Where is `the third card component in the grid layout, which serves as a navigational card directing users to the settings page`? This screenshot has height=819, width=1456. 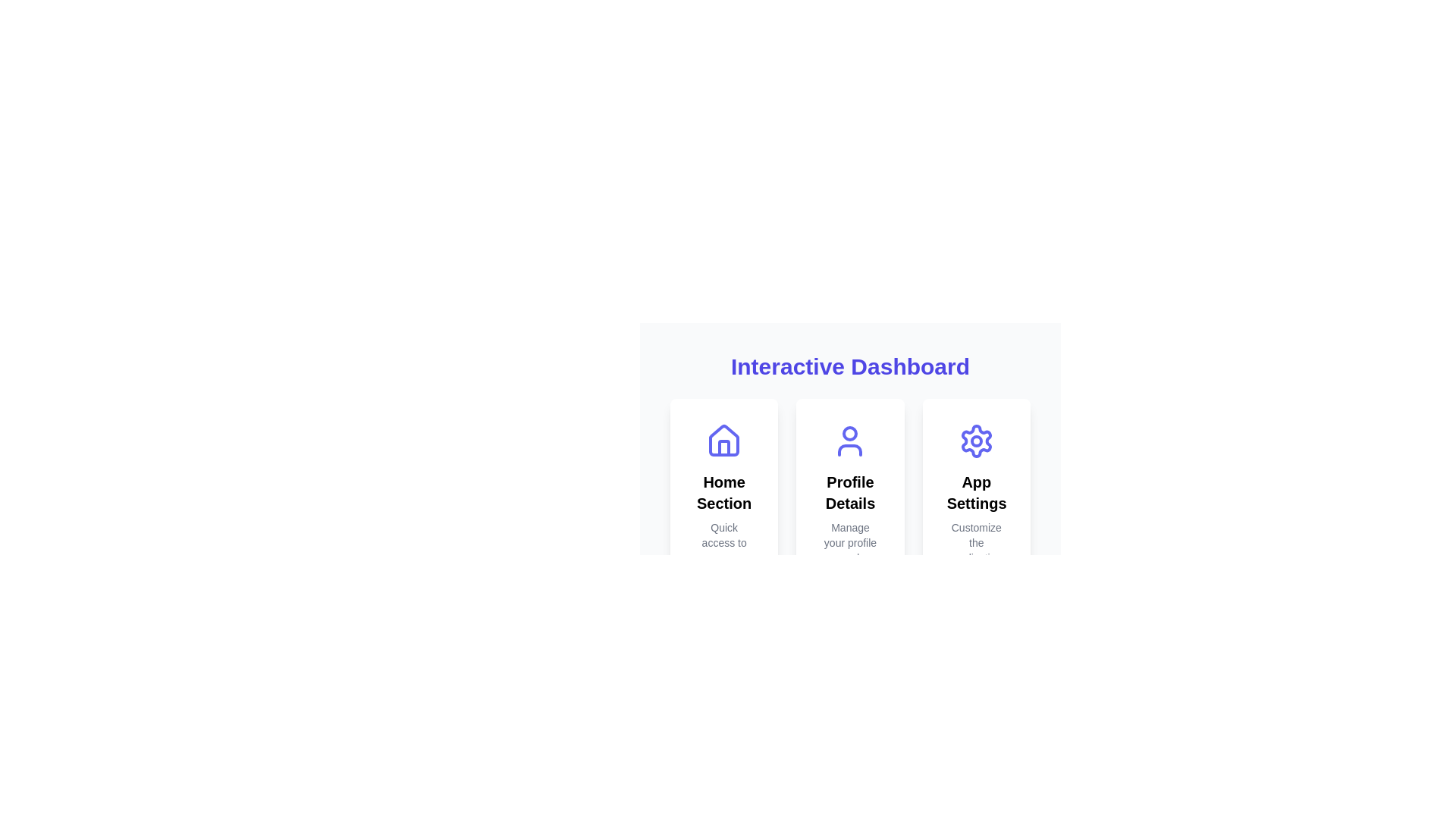 the third card component in the grid layout, which serves as a navigational card directing users to the settings page is located at coordinates (976, 516).